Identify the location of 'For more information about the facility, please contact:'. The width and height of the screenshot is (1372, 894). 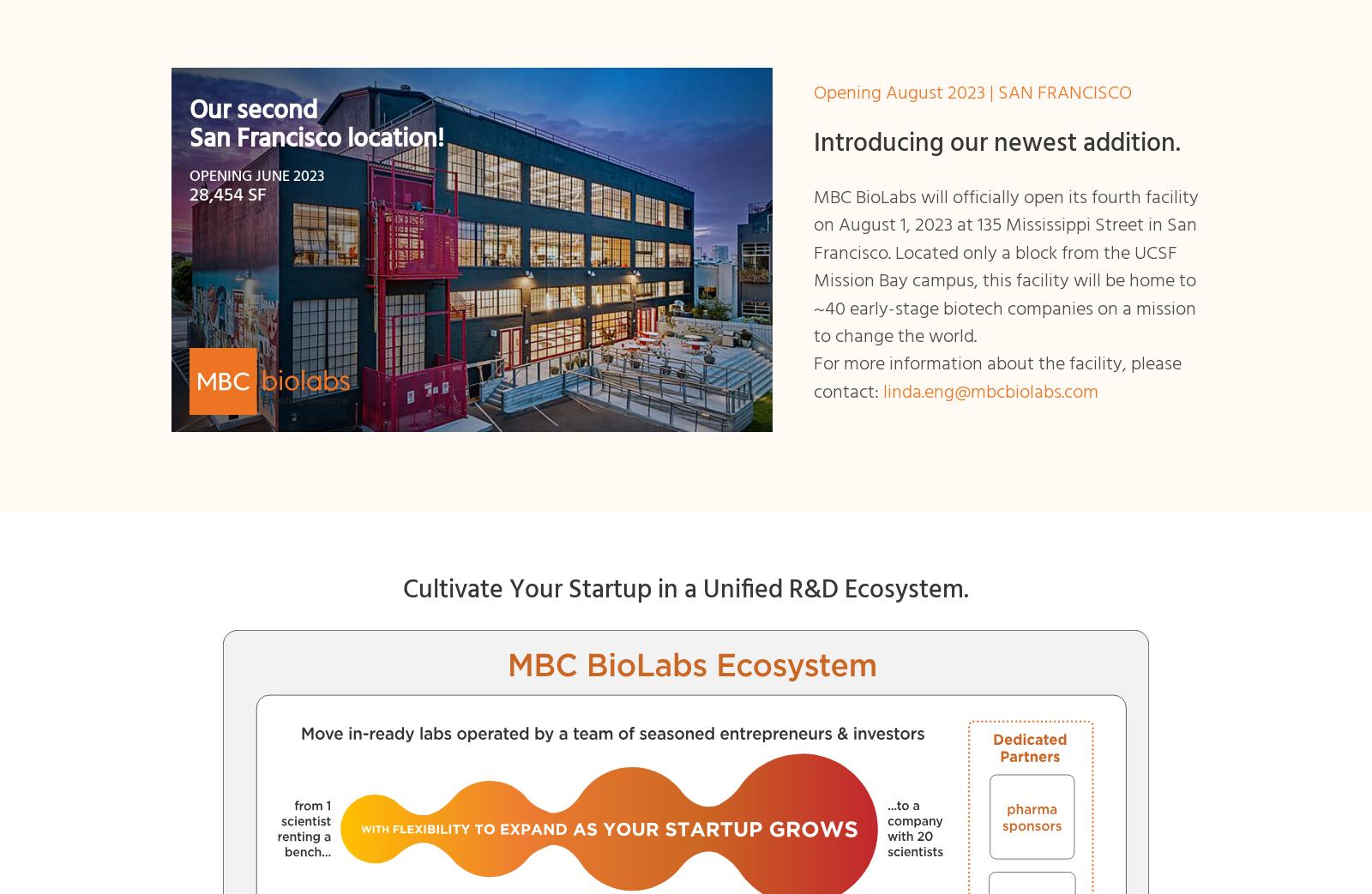
(996, 375).